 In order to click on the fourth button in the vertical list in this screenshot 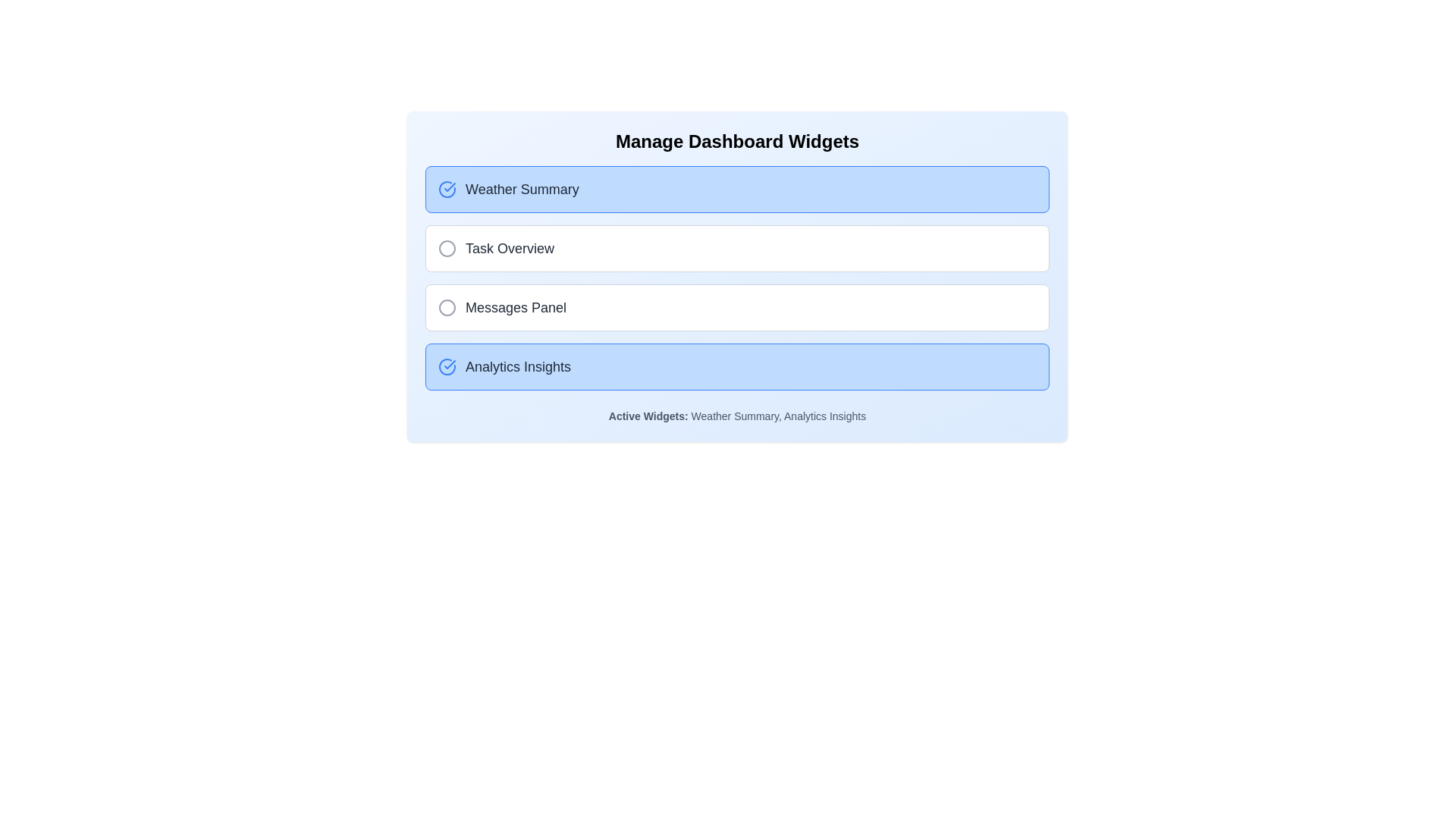, I will do `click(737, 366)`.